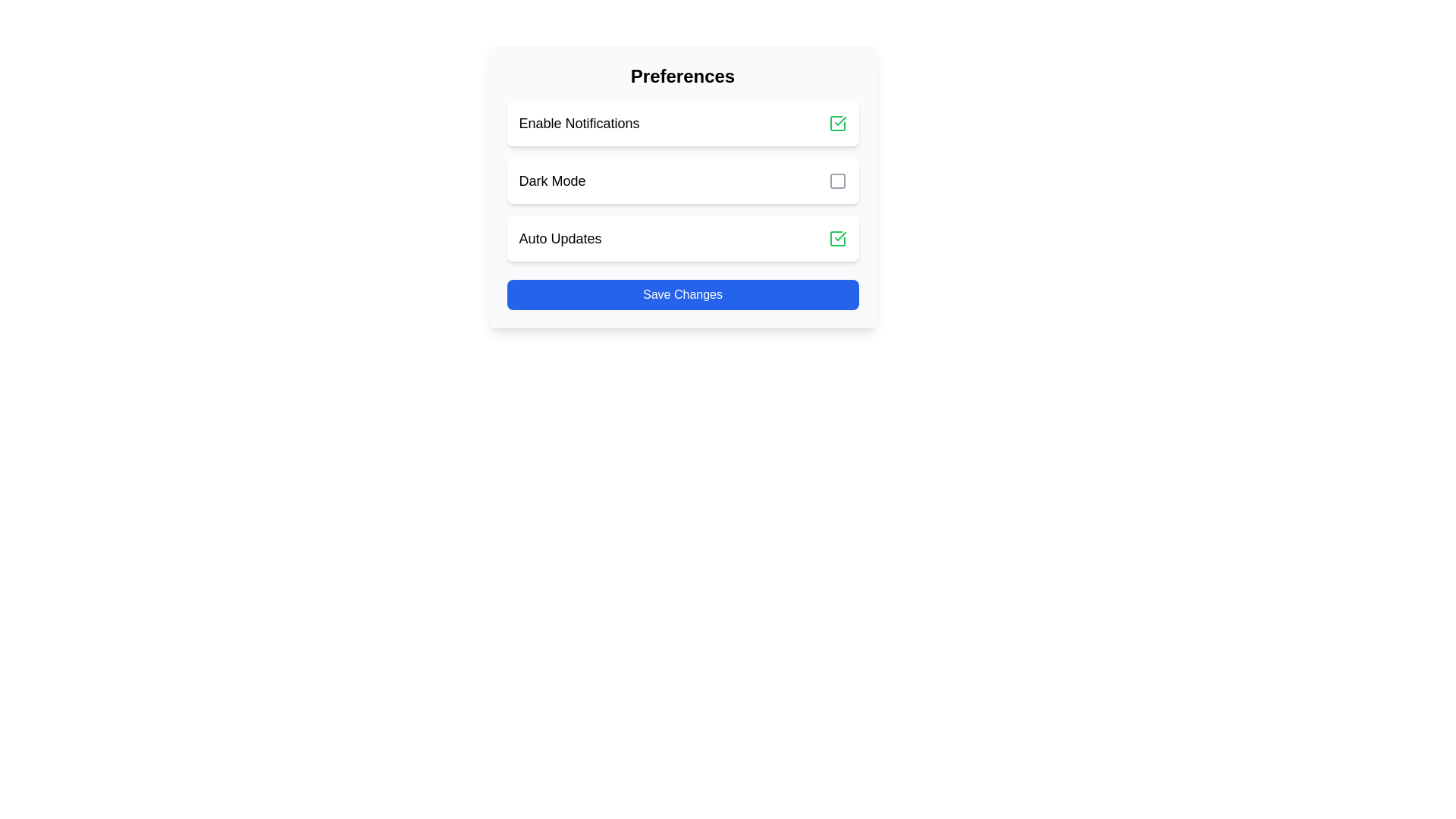  I want to click on the toggle options within the 'Preferences' settings card, which includes 'Enable Notifications', 'Dark Mode', and 'Auto Updates', so click(682, 186).